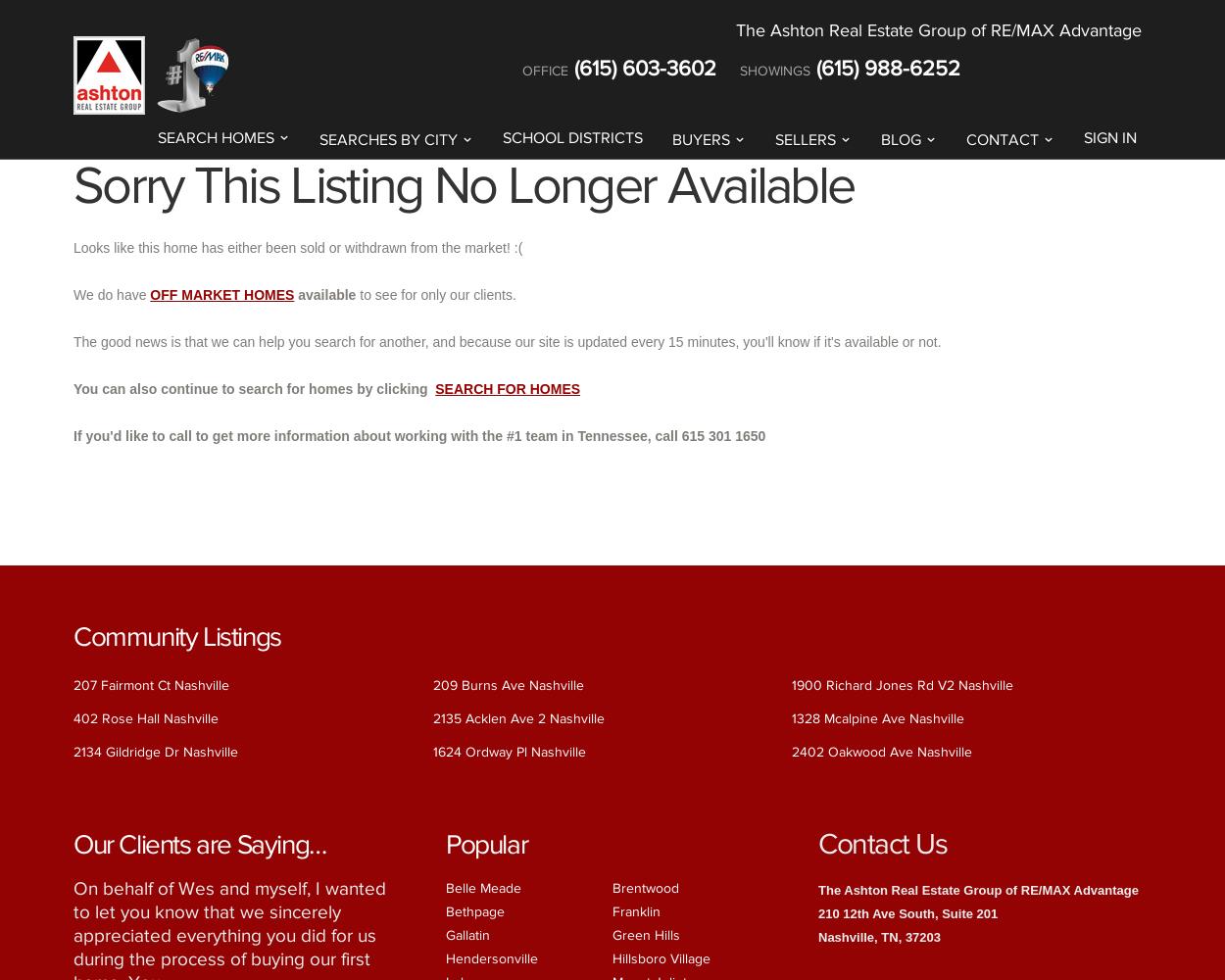  Describe the element at coordinates (474, 910) in the screenshot. I see `'Bethpage'` at that location.